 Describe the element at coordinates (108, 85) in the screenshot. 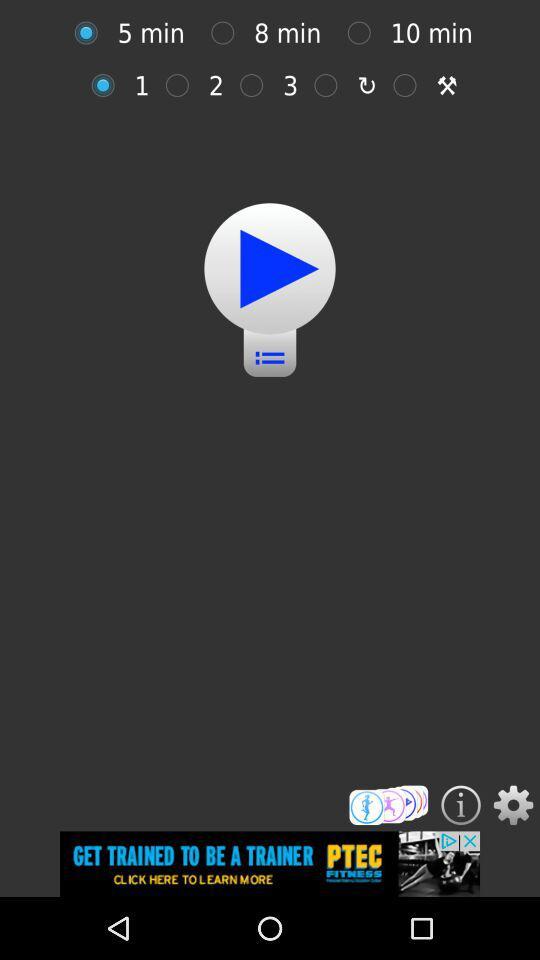

I see `one` at that location.